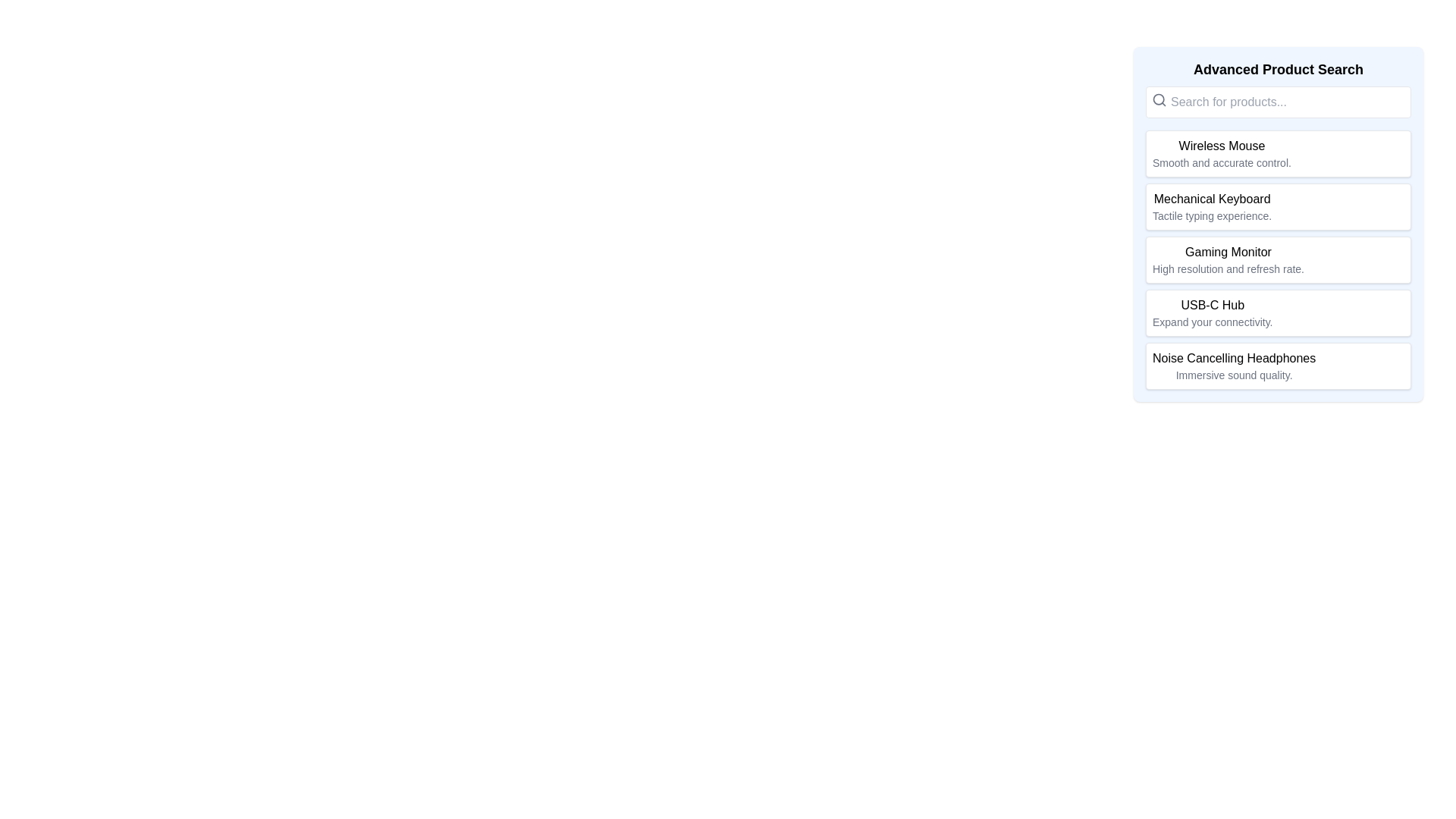  Describe the element at coordinates (1277, 312) in the screenshot. I see `the 'USB-C Hub' list item styled as a button for keyboard navigation` at that location.